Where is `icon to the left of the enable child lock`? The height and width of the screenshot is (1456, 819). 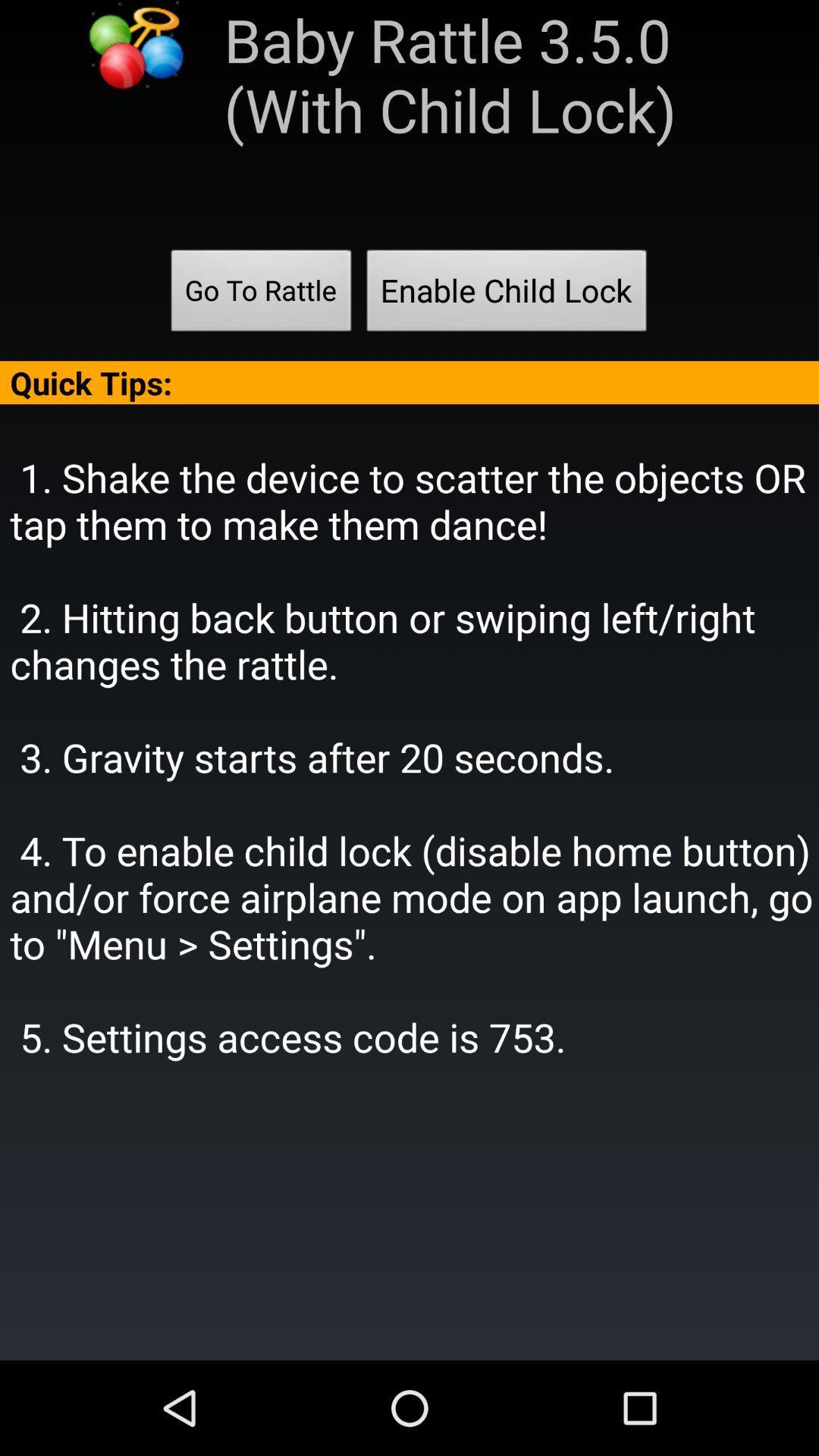
icon to the left of the enable child lock is located at coordinates (260, 295).